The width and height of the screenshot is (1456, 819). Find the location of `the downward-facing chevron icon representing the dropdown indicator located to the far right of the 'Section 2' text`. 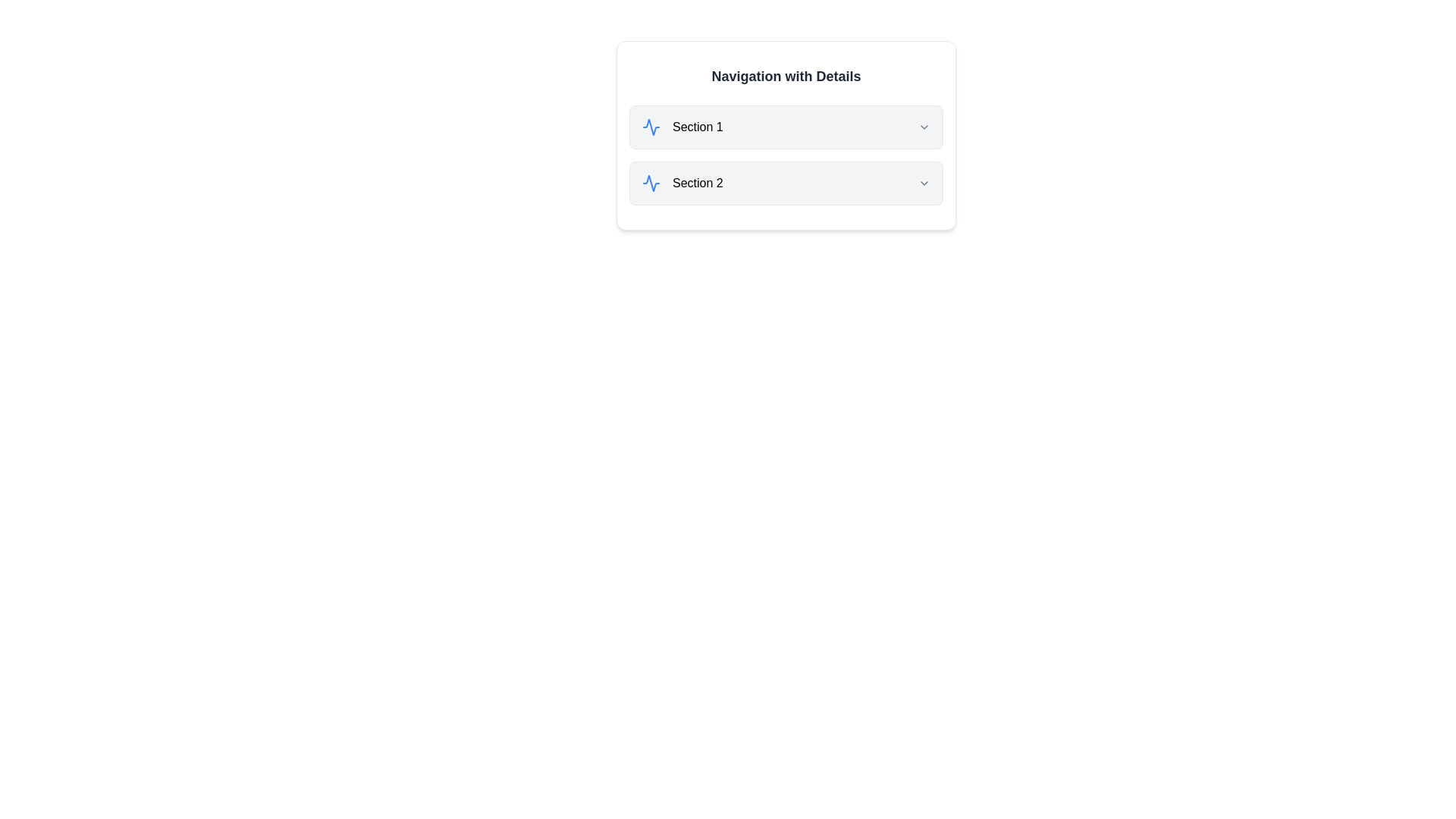

the downward-facing chevron icon representing the dropdown indicator located to the far right of the 'Section 2' text is located at coordinates (924, 183).